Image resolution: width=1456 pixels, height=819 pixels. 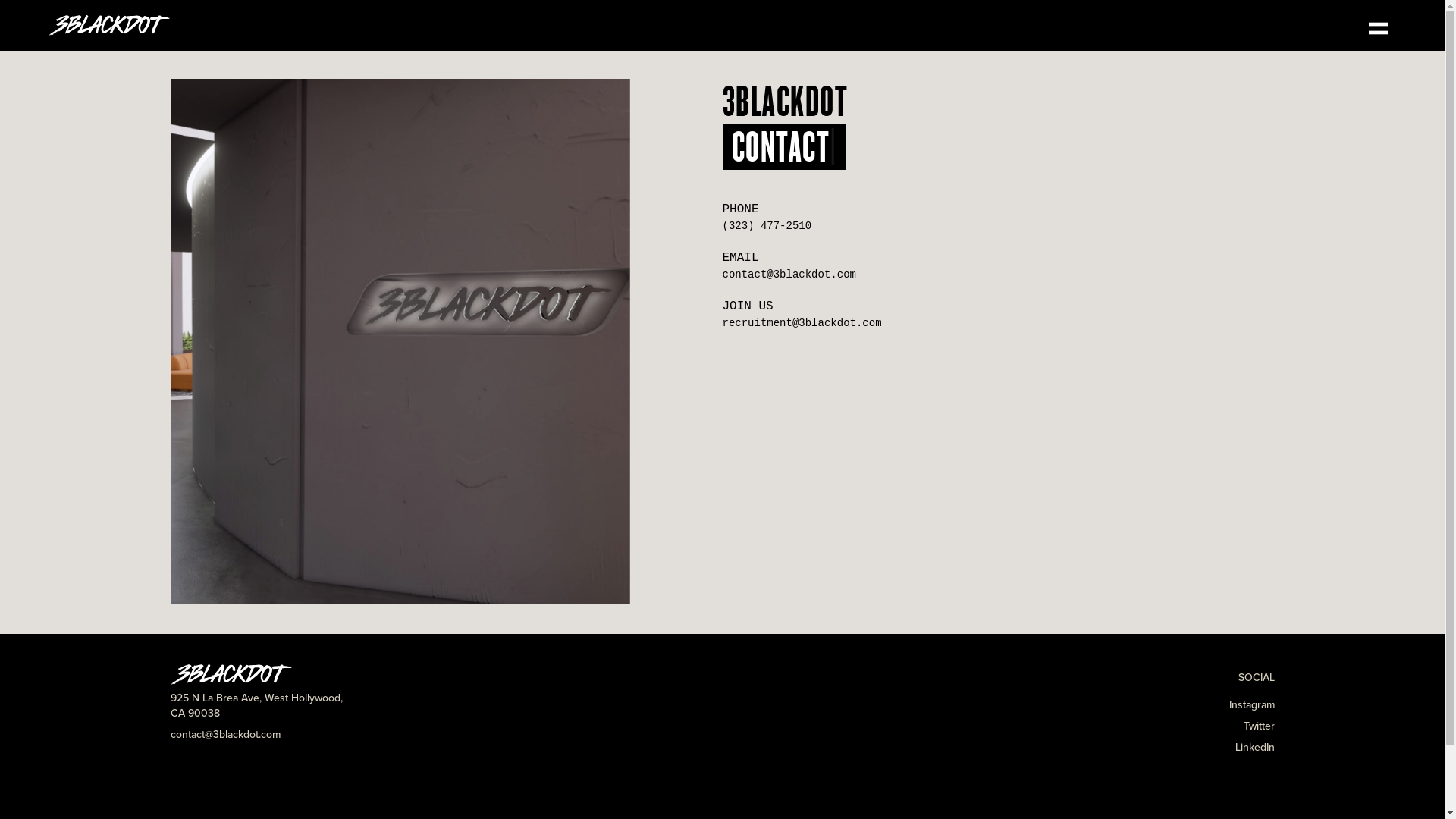 What do you see at coordinates (1254, 746) in the screenshot?
I see `'LinkedIn'` at bounding box center [1254, 746].